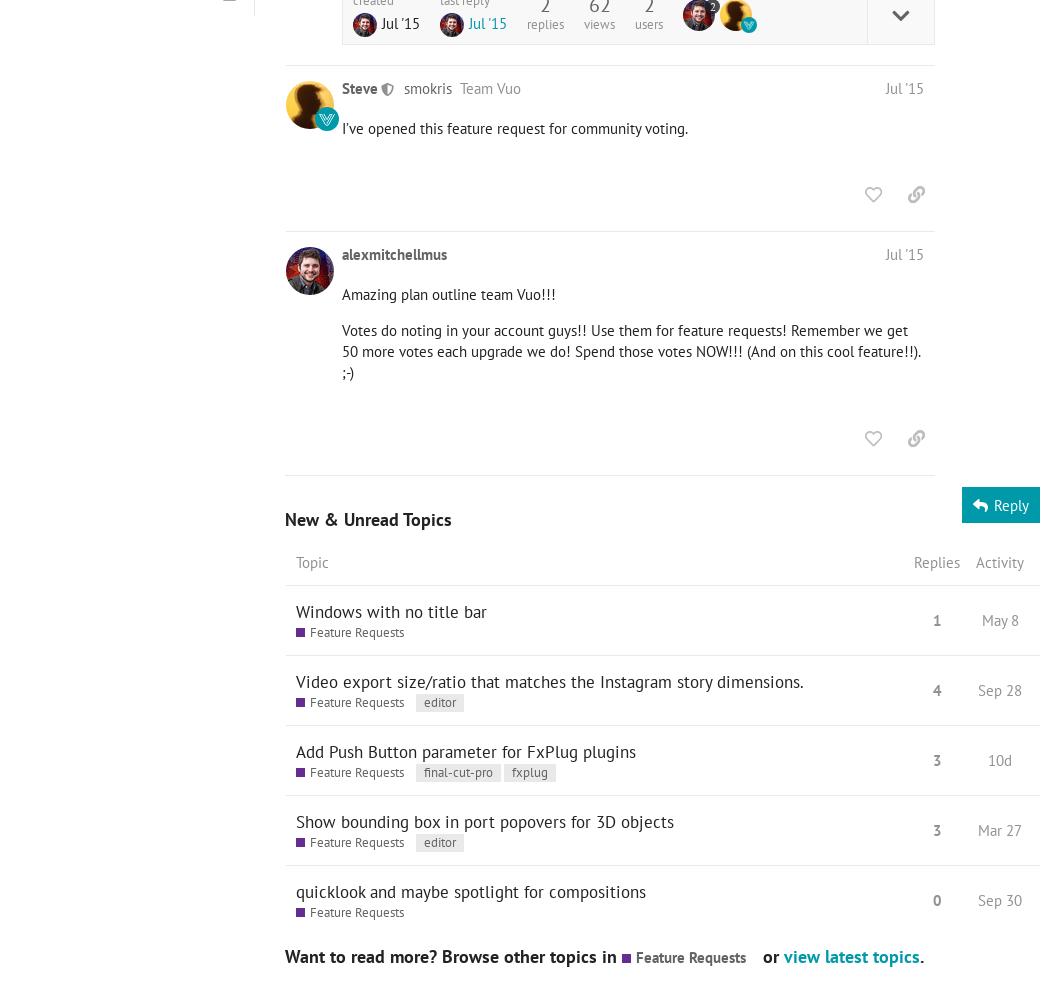  Describe the element at coordinates (1000, 900) in the screenshot. I see `'Sep 30'` at that location.